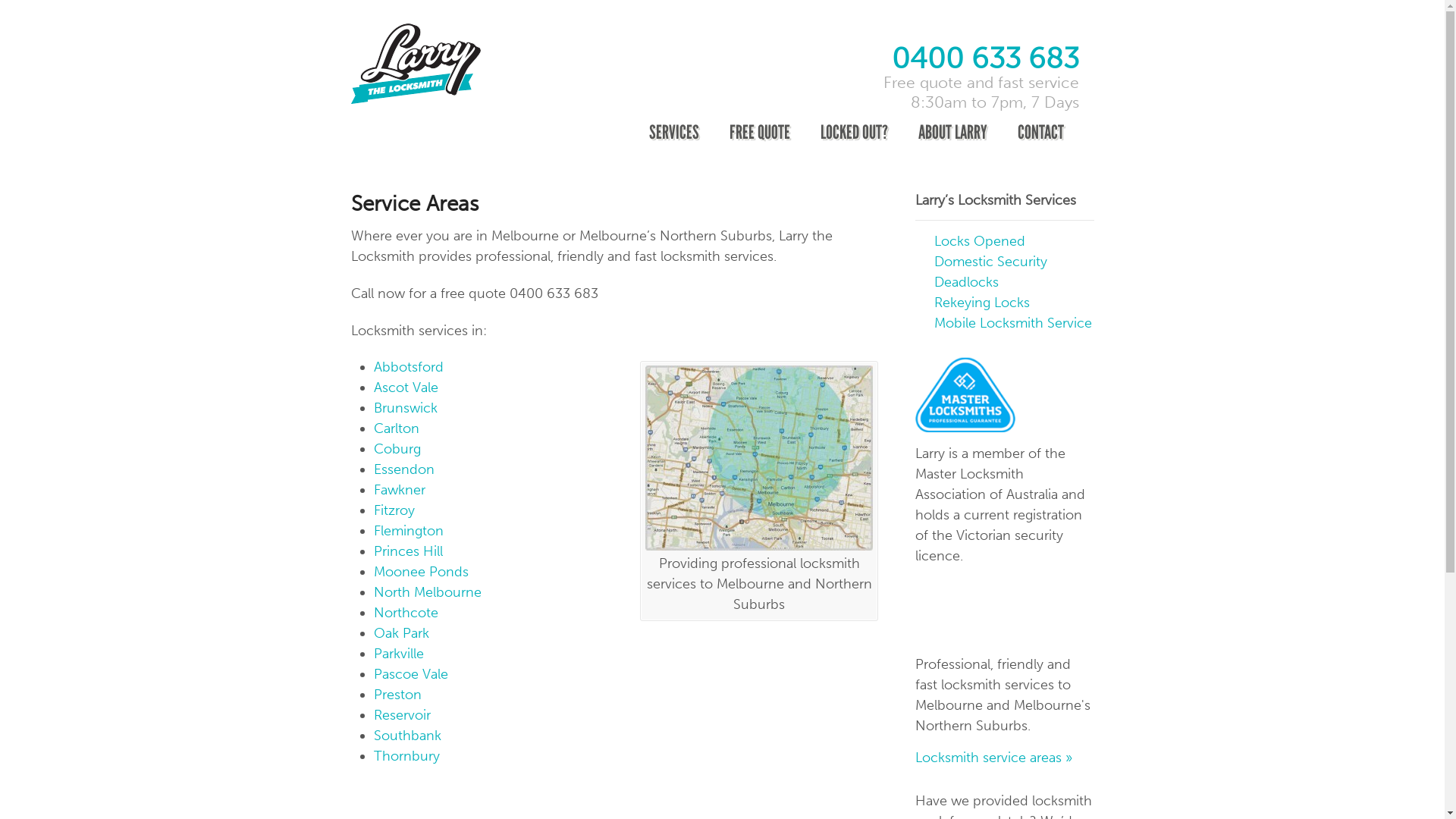 This screenshot has width=1456, height=819. I want to click on 'Thornbury', so click(406, 755).